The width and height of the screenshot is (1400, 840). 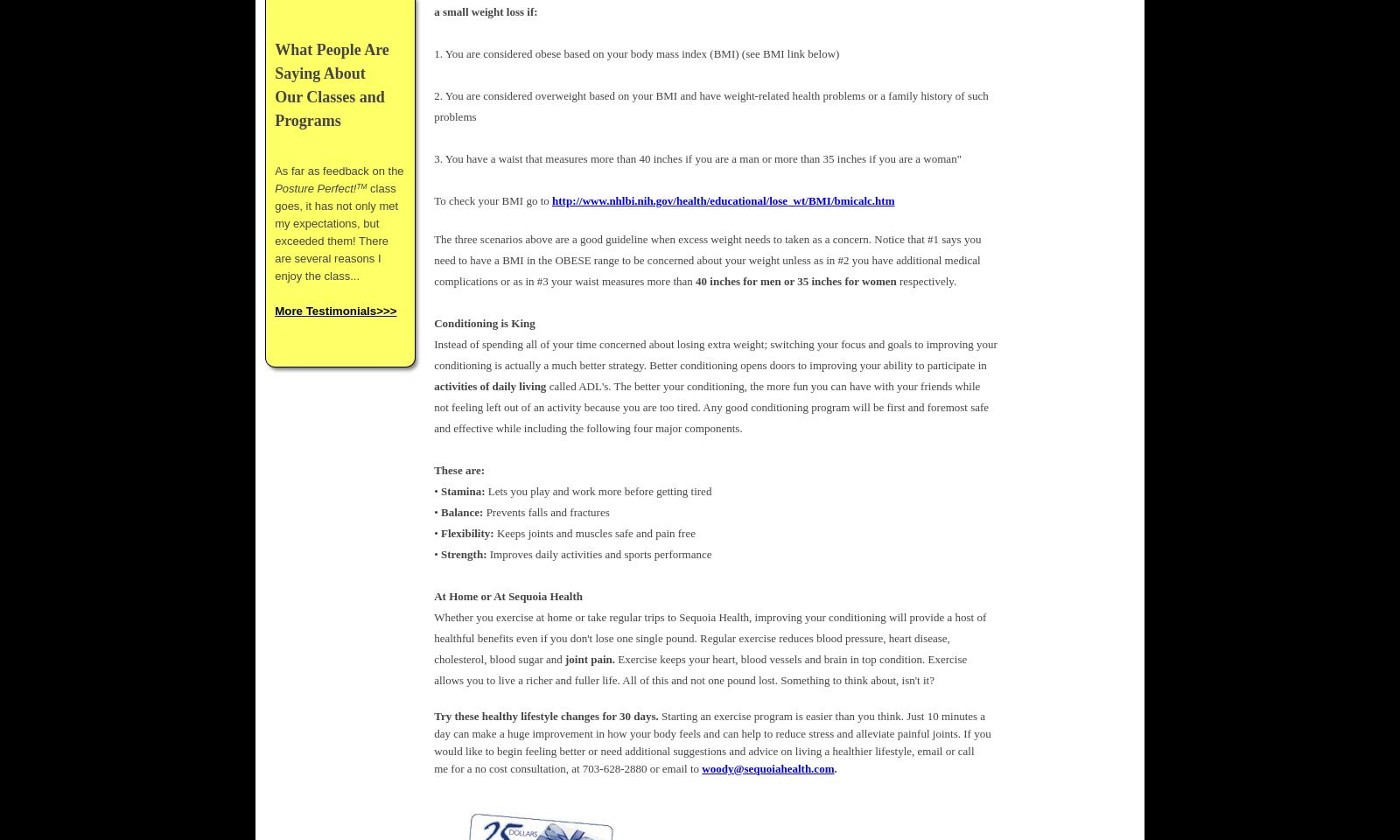 I want to click on 'Lets you play and work more before getting tired', so click(x=598, y=490).